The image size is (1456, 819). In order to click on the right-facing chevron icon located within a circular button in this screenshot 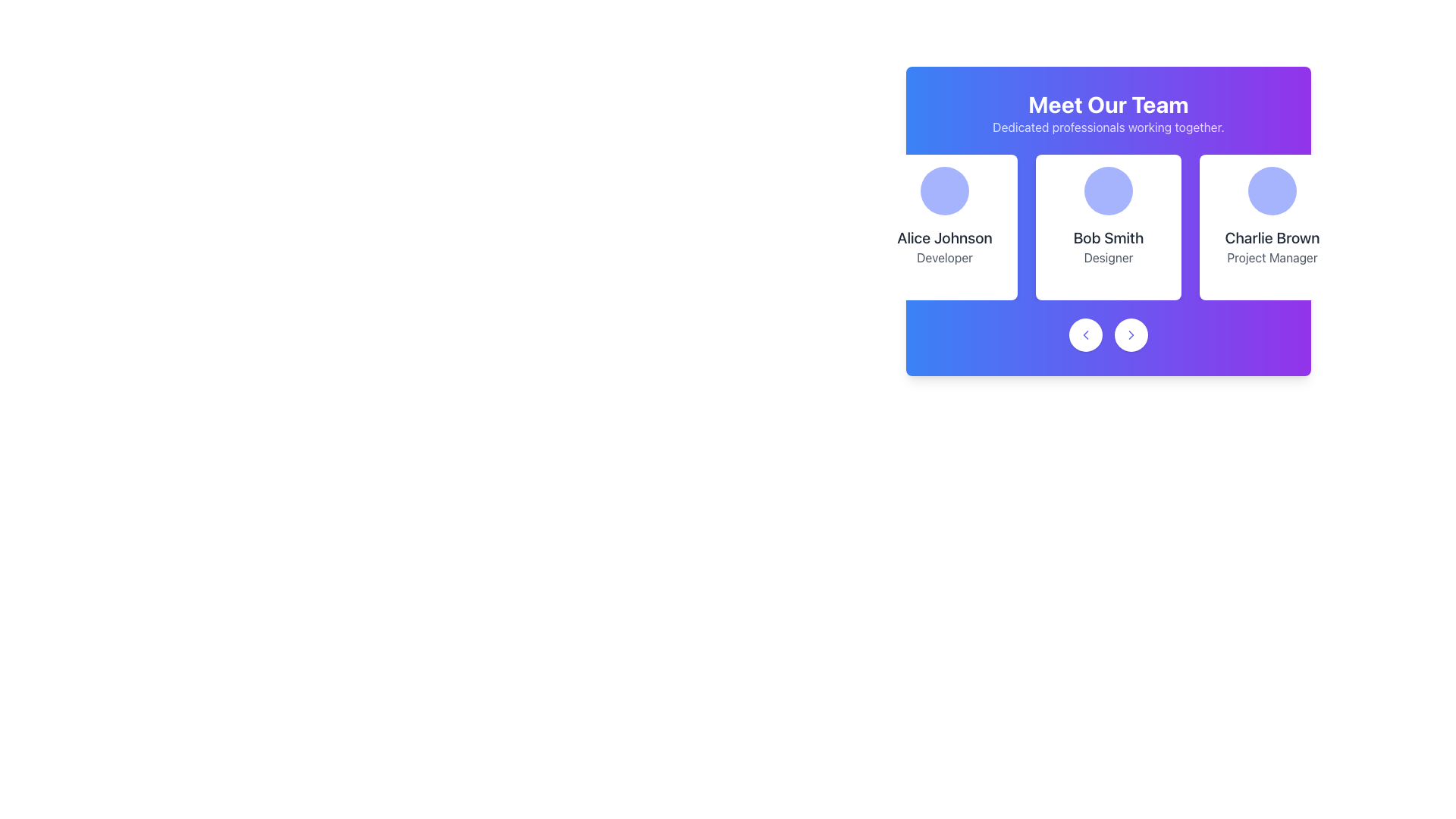, I will do `click(1131, 334)`.